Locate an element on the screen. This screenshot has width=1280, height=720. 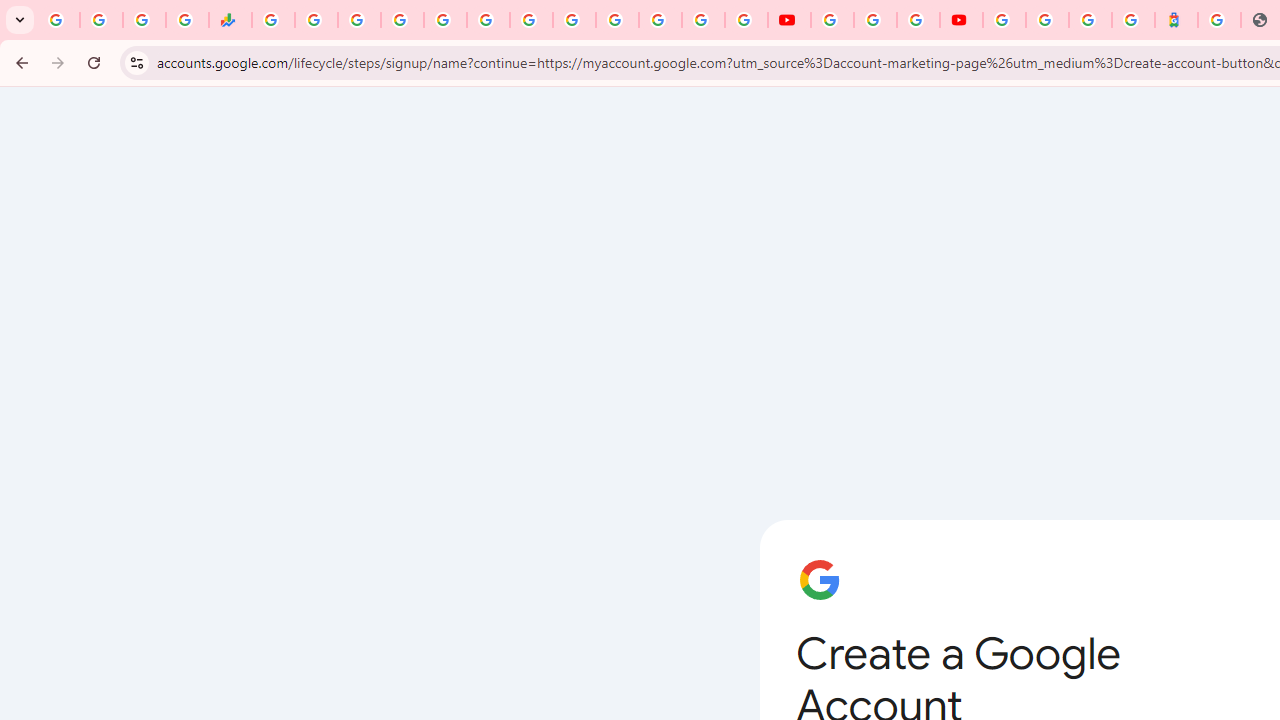
'Privacy Checkup' is located at coordinates (745, 20).